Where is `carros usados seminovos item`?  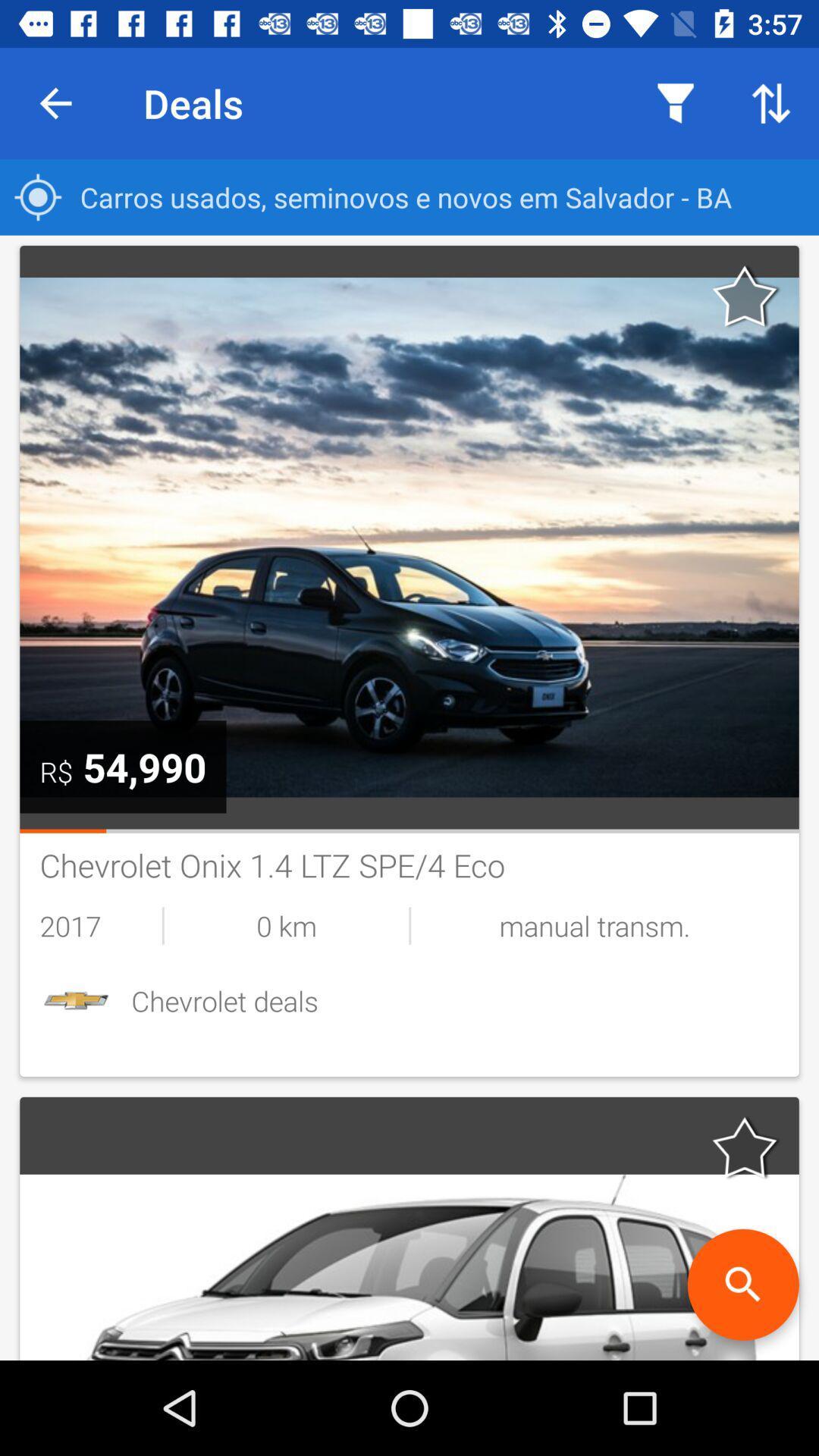
carros usados seminovos item is located at coordinates (409, 196).